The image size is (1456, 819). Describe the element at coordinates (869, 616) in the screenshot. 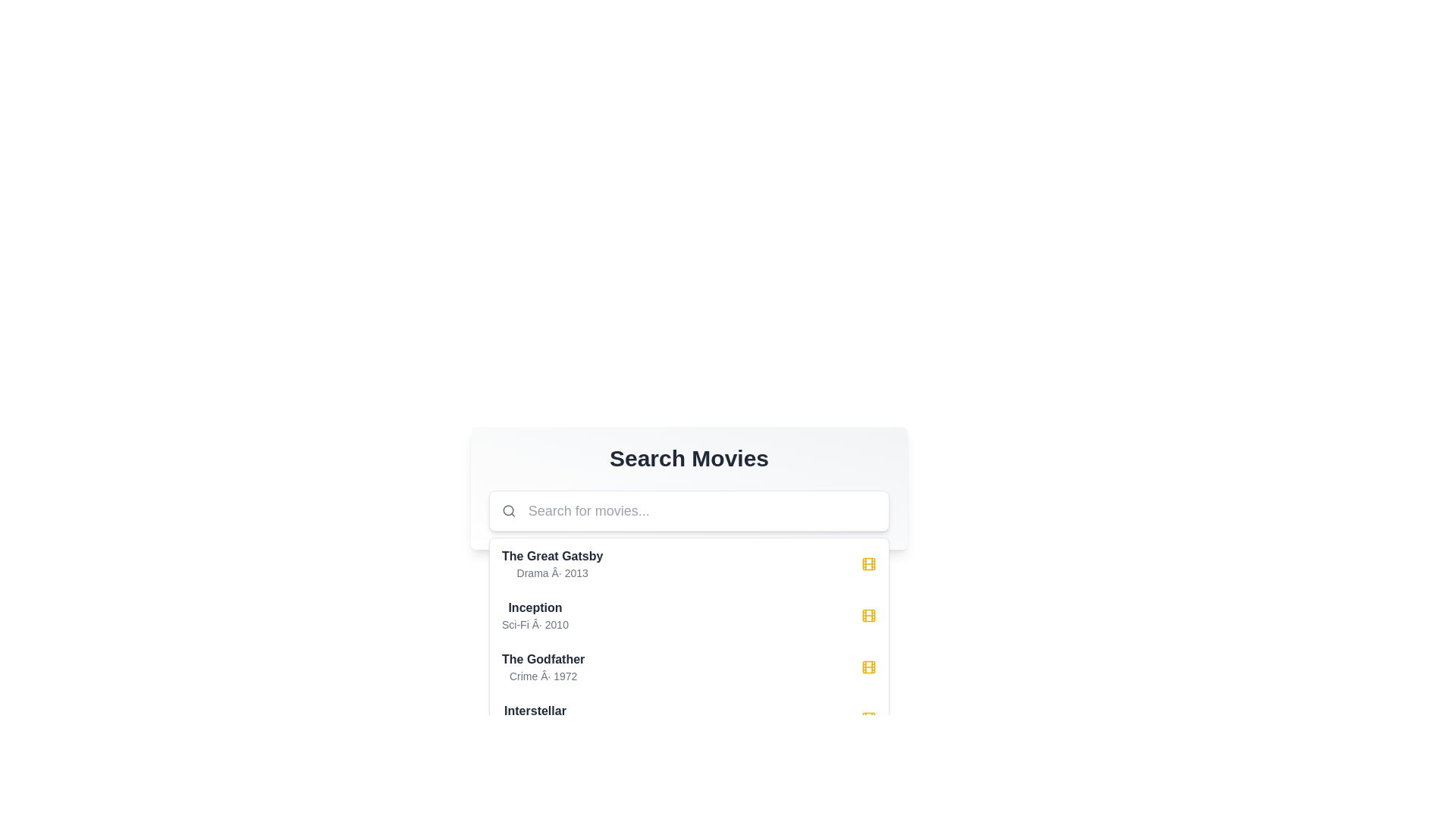

I see `the centered rectangle segment of the film icon displayed on the right side of the second item in a vertical list of movie entries` at that location.